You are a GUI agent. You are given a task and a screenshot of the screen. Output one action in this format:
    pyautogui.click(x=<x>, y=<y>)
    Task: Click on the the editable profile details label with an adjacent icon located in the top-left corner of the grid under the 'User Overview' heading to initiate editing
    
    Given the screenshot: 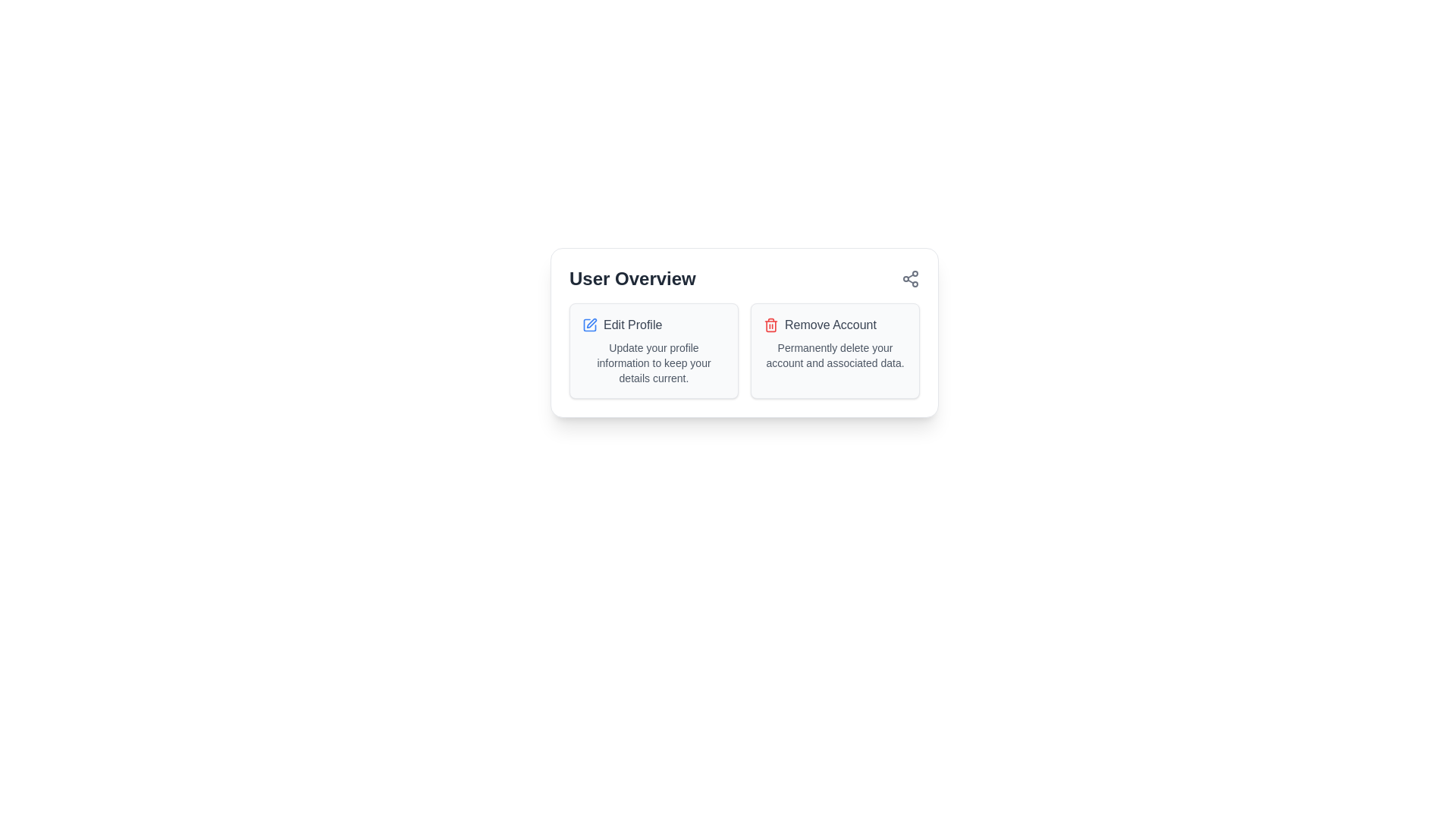 What is the action you would take?
    pyautogui.click(x=654, y=324)
    